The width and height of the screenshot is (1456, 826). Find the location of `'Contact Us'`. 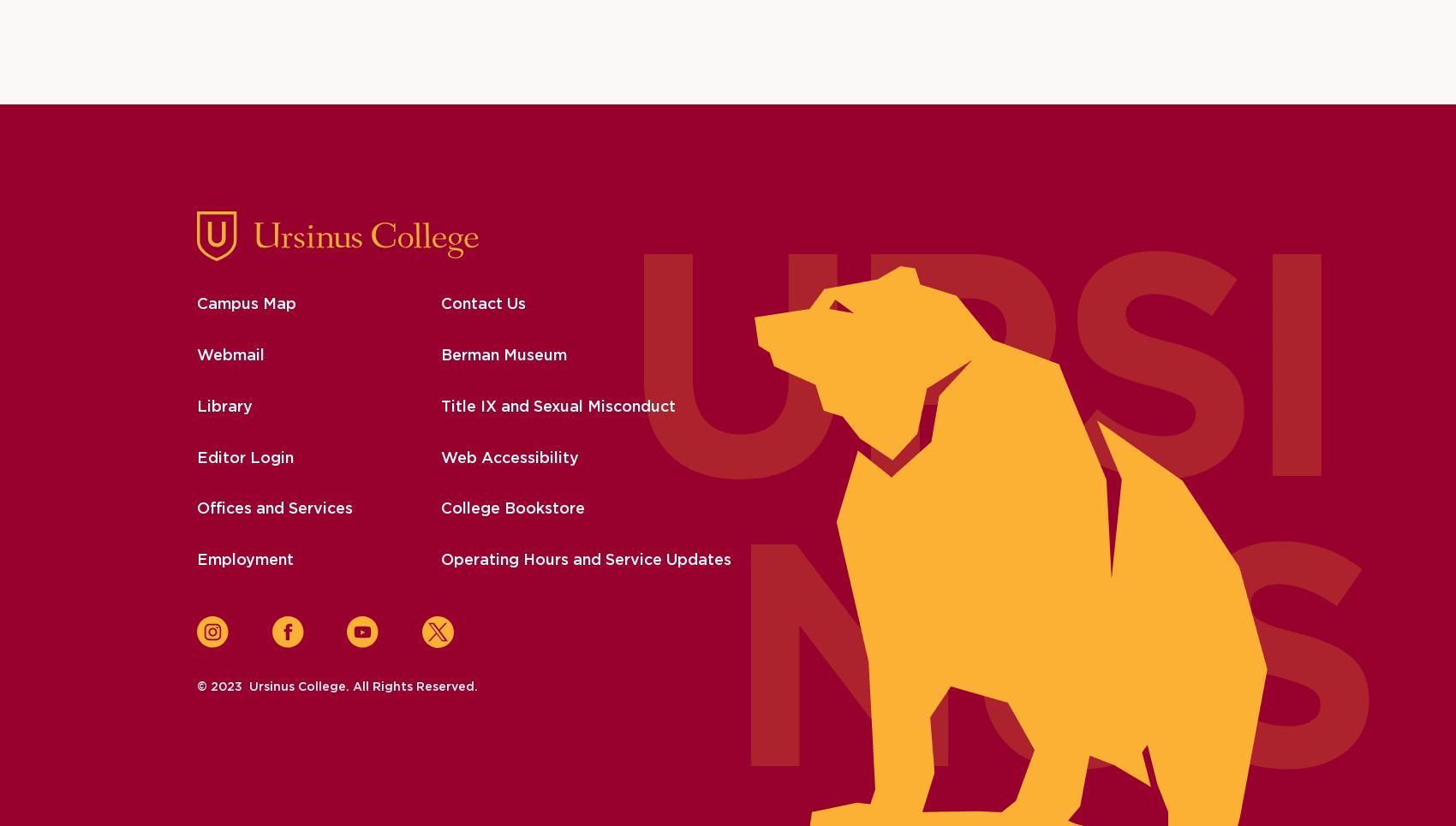

'Contact Us' is located at coordinates (440, 304).